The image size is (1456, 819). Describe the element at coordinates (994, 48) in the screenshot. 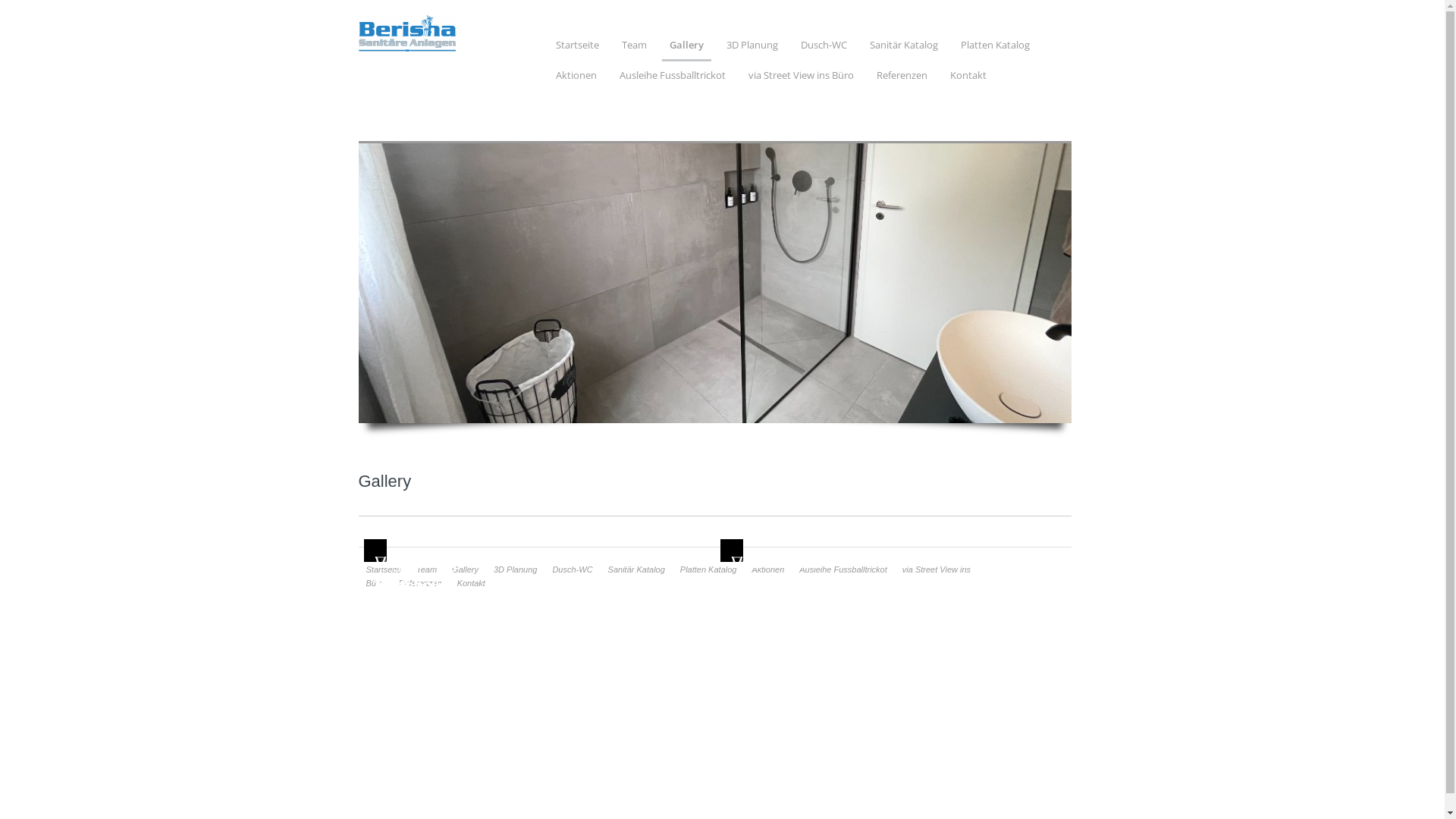

I see `'Platten Katalog'` at that location.